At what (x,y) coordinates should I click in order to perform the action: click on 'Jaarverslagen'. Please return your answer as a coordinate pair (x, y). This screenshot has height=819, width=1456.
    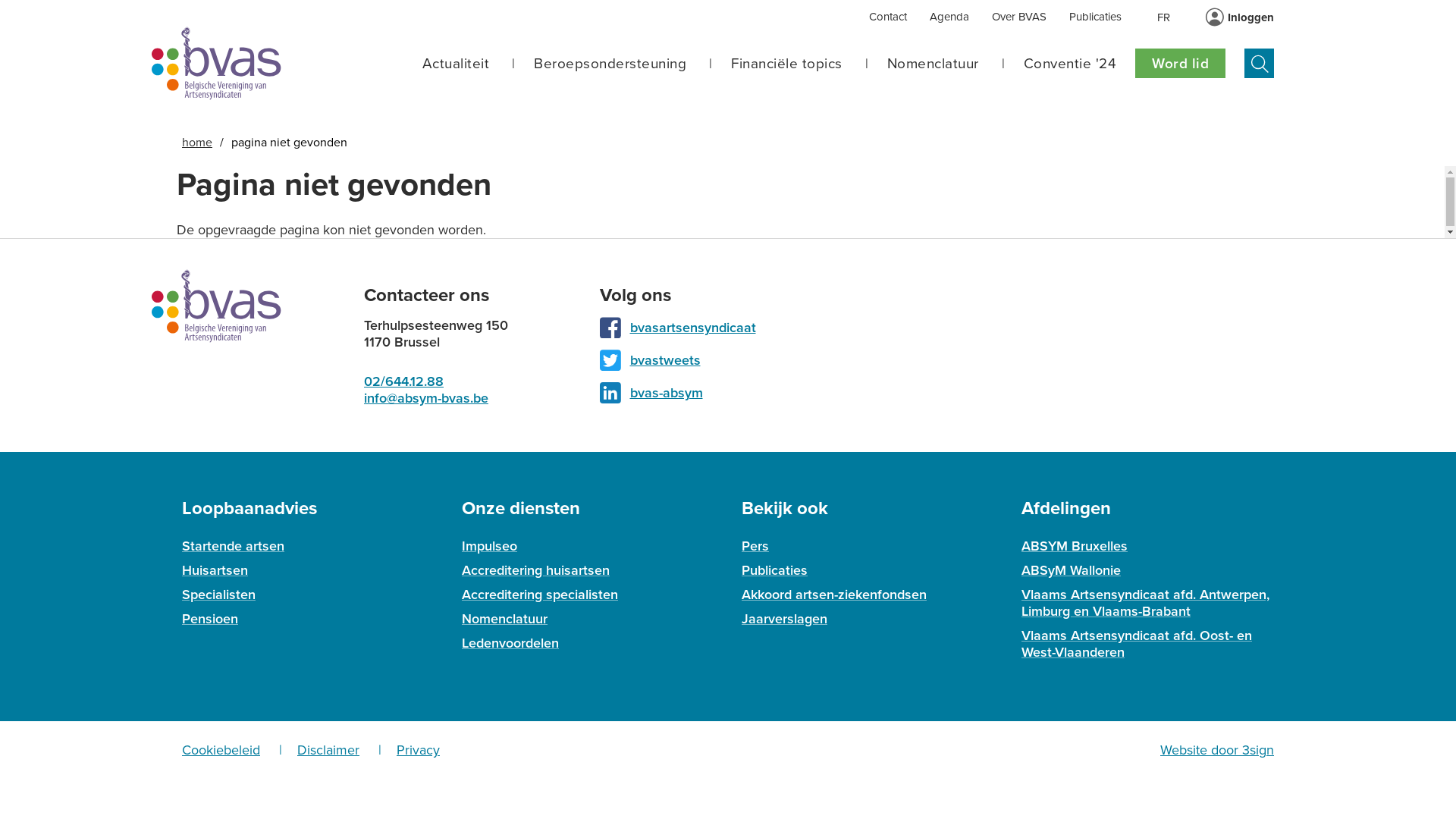
    Looking at the image, I should click on (784, 619).